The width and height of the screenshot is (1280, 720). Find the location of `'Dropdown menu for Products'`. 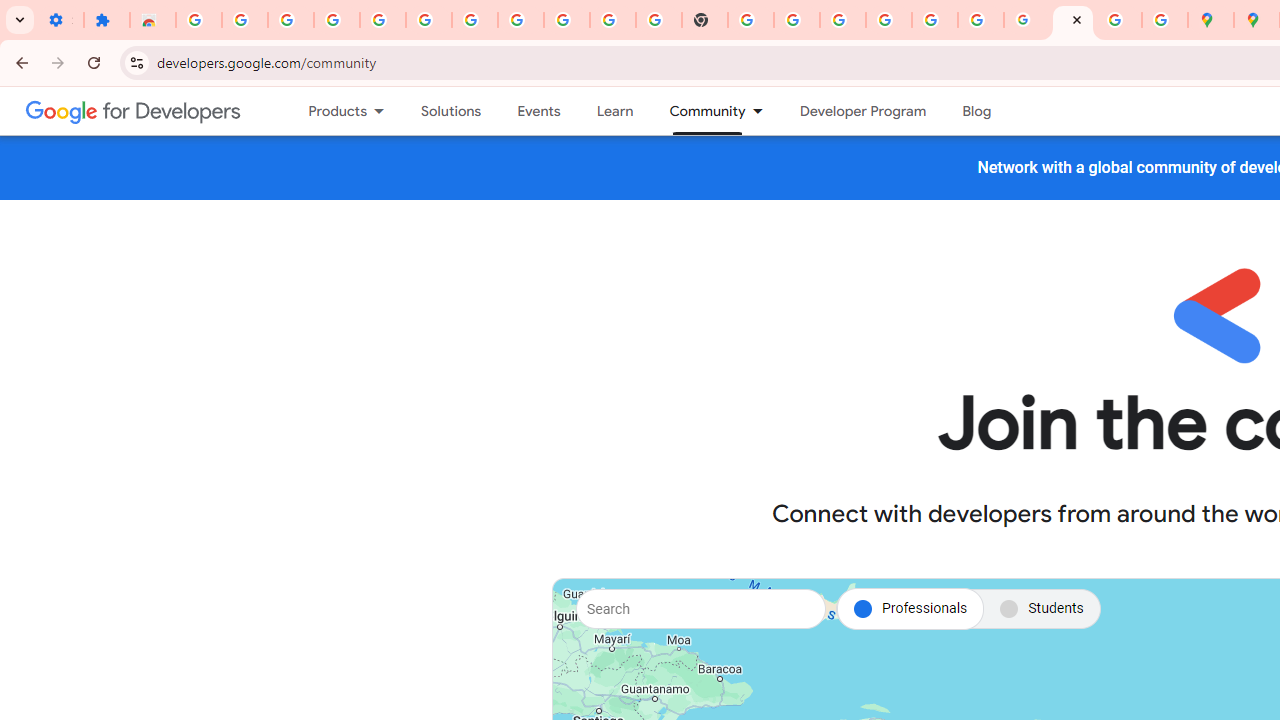

'Dropdown menu for Products' is located at coordinates (385, 111).